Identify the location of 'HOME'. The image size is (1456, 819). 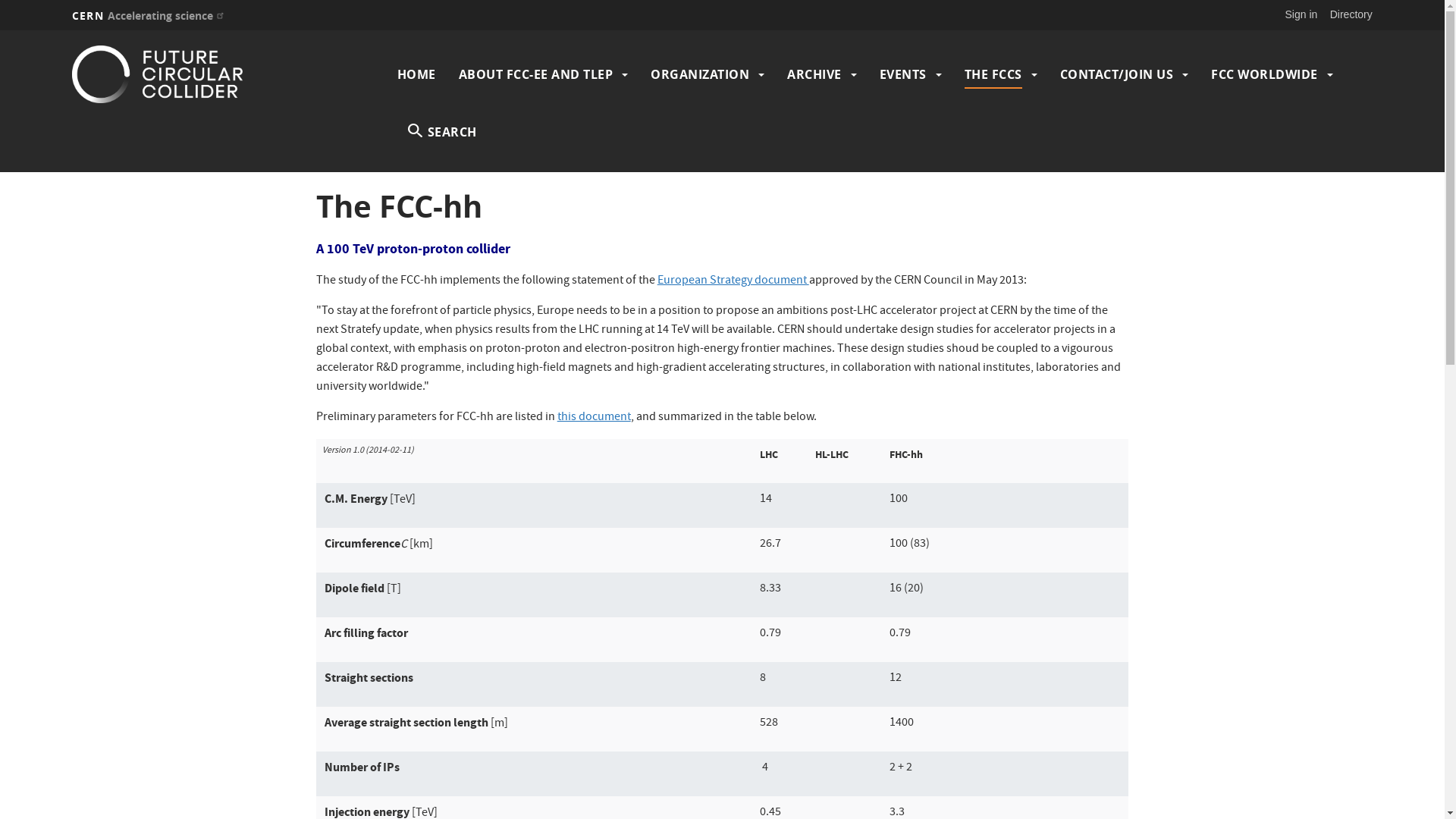
(416, 74).